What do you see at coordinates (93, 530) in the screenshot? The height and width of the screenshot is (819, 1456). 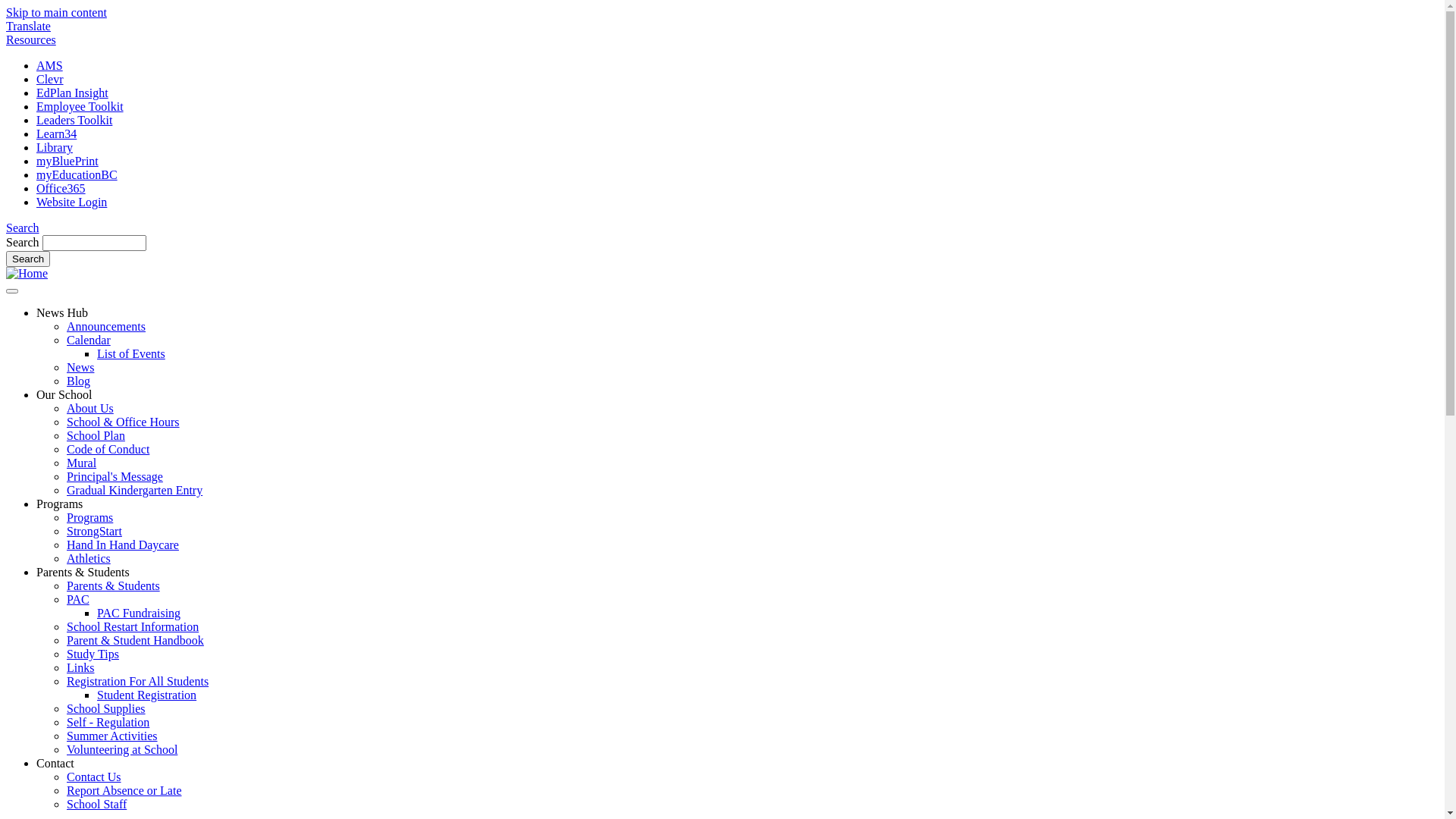 I see `'StrongStart'` at bounding box center [93, 530].